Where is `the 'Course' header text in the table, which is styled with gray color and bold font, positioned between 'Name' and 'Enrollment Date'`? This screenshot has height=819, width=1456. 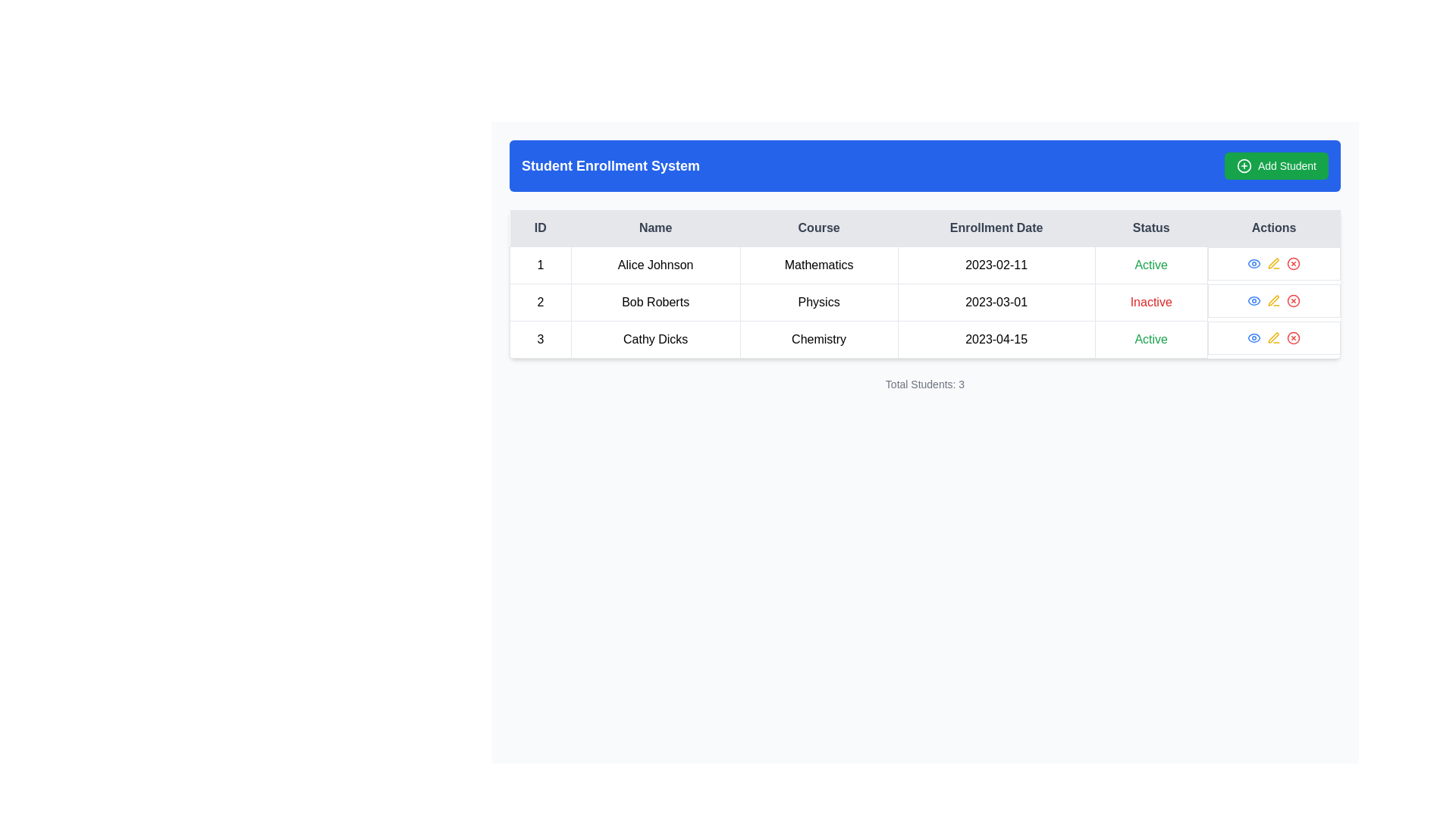
the 'Course' header text in the table, which is styled with gray color and bold font, positioned between 'Name' and 'Enrollment Date' is located at coordinates (818, 228).